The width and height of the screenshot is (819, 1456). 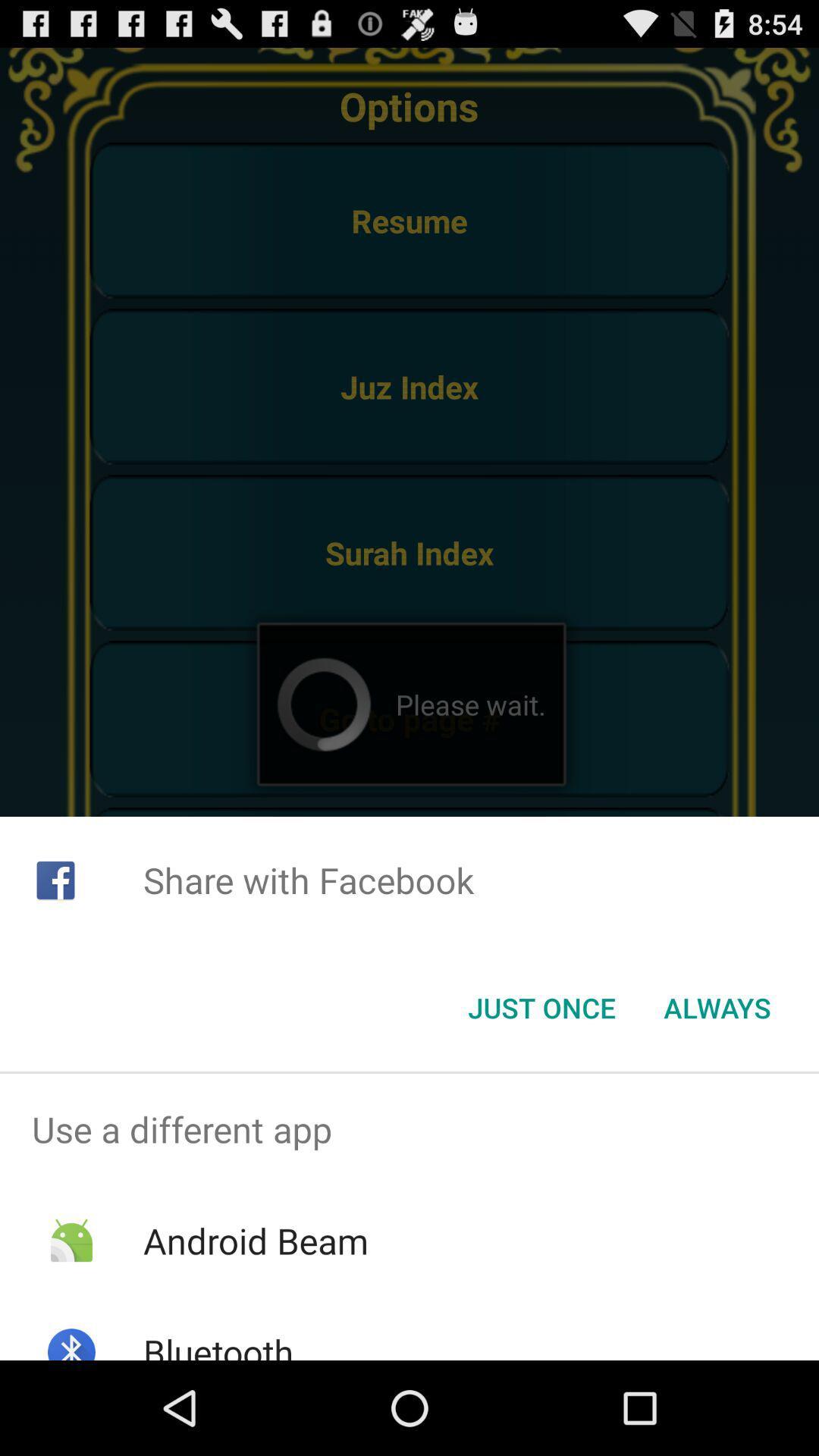 What do you see at coordinates (218, 1344) in the screenshot?
I see `the bluetooth item` at bounding box center [218, 1344].